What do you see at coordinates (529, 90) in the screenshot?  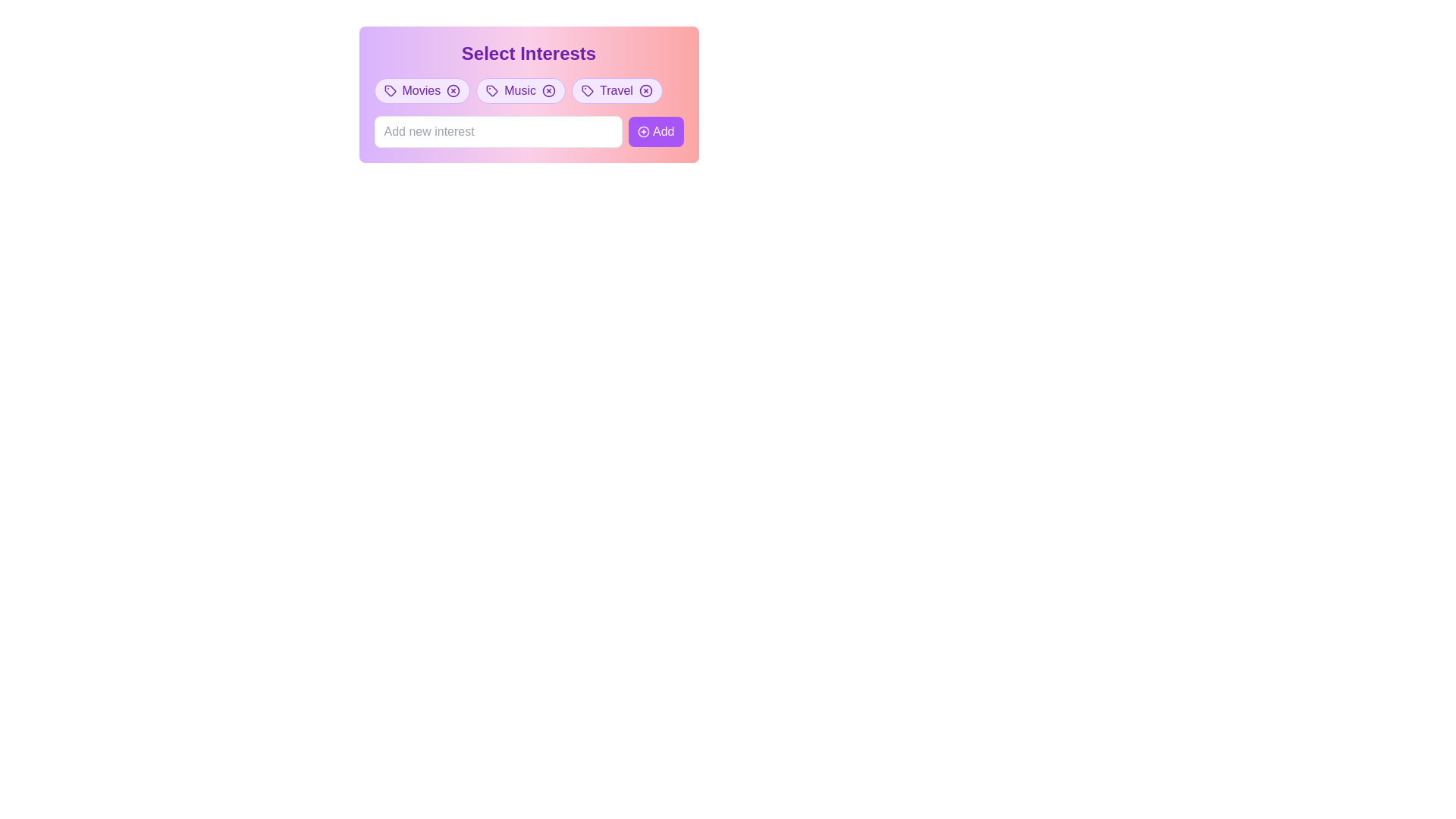 I see `the 'Music' tag, which is the second tag in the row below the heading 'Select Interests'` at bounding box center [529, 90].